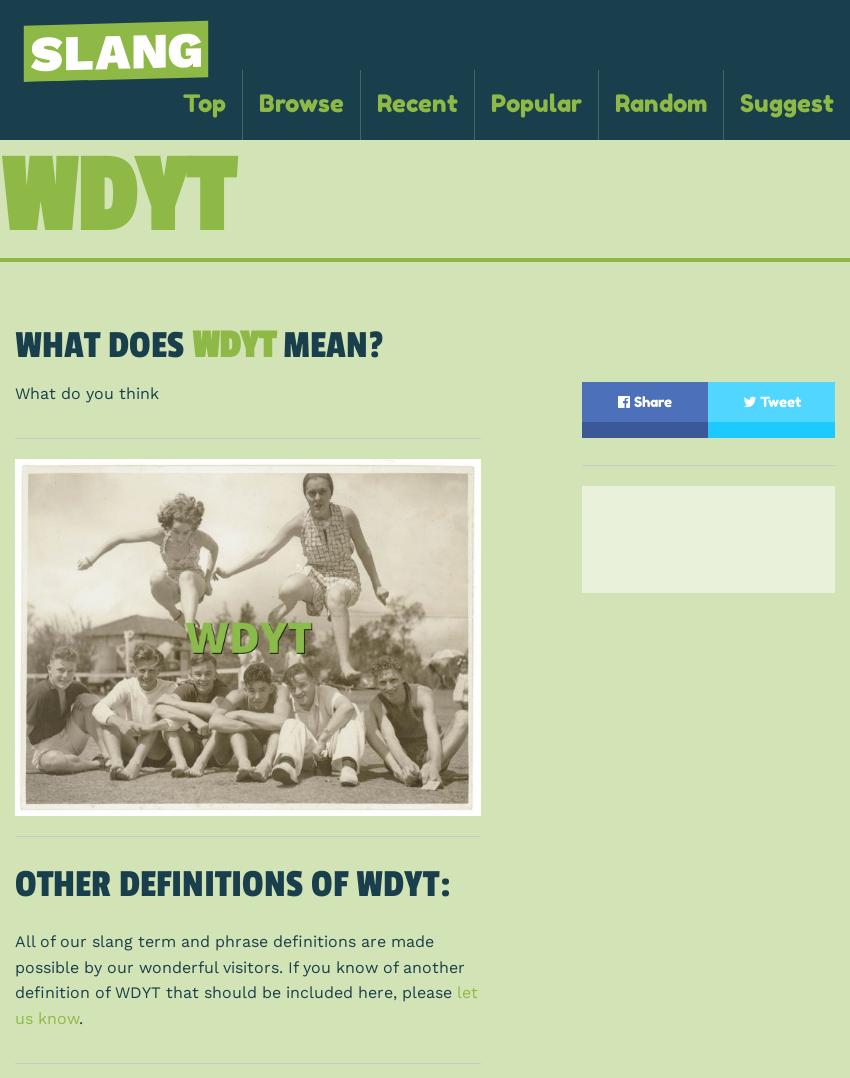 The image size is (850, 1078). What do you see at coordinates (246, 1004) in the screenshot?
I see `'let us know'` at bounding box center [246, 1004].